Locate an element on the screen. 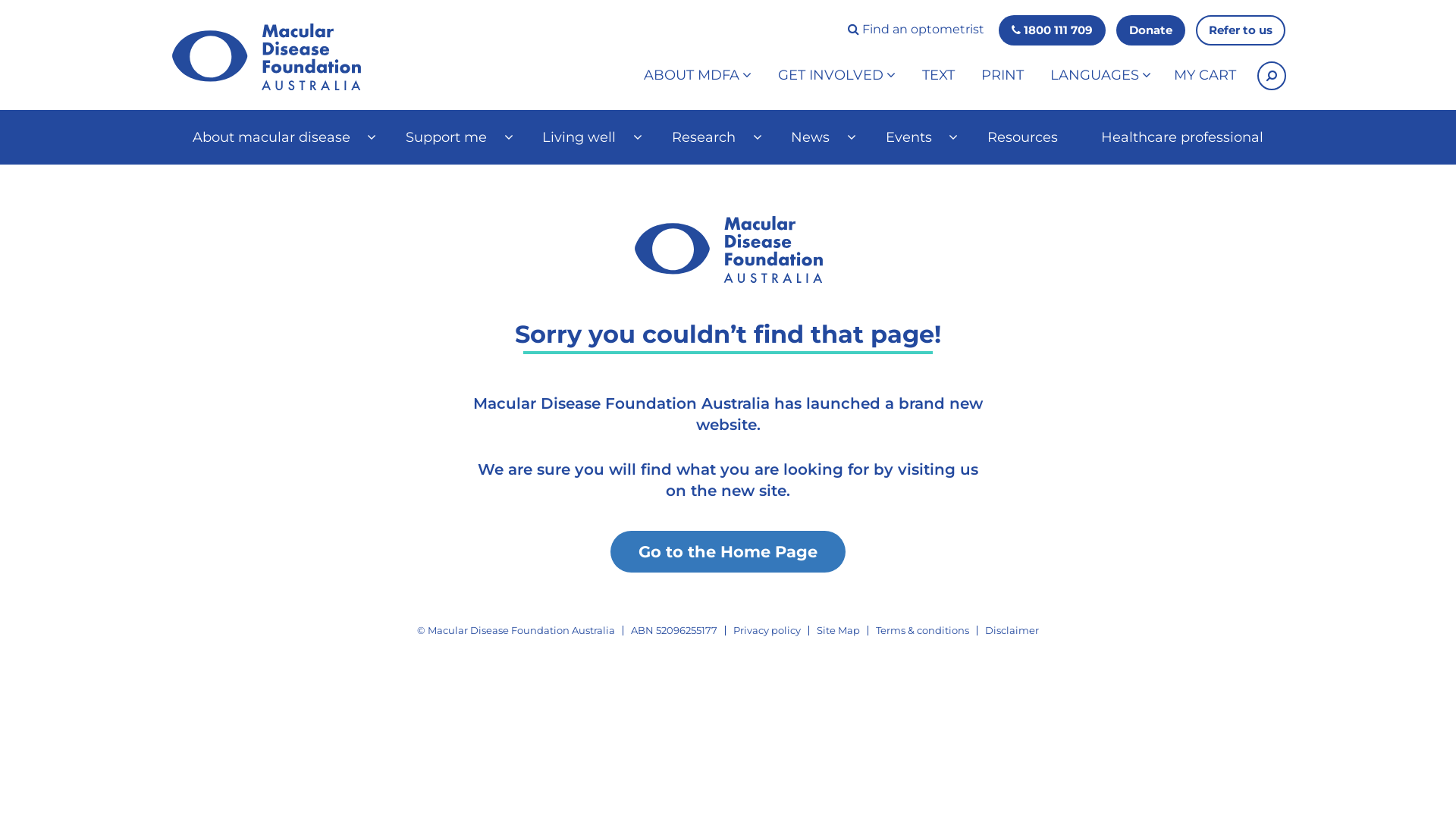 Image resolution: width=1456 pixels, height=819 pixels. 'MY CART' is located at coordinates (1203, 76).